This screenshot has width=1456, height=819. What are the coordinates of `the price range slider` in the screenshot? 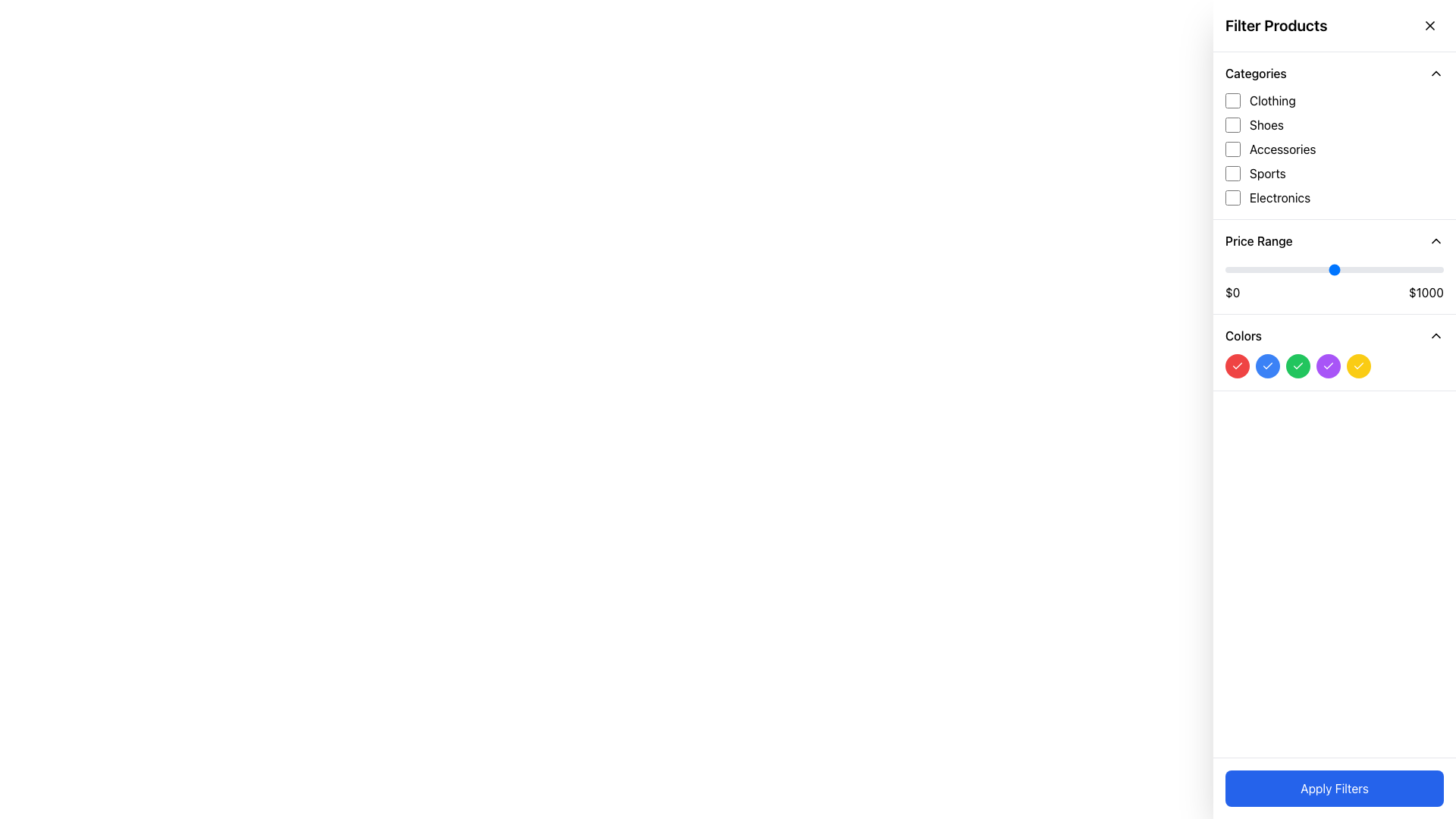 It's located at (1432, 268).